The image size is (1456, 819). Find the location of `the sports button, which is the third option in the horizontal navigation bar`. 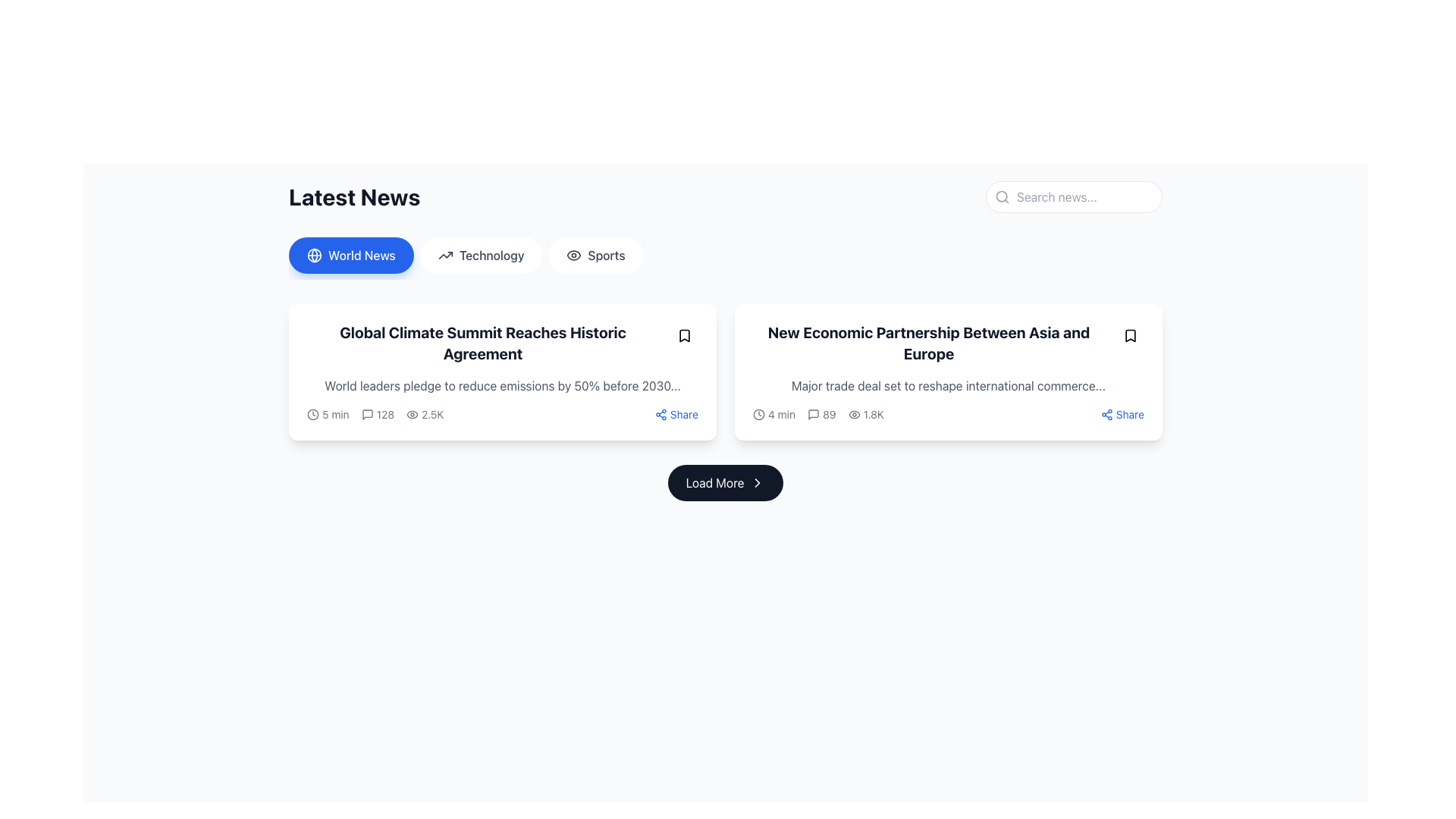

the sports button, which is the third option in the horizontal navigation bar is located at coordinates (595, 254).